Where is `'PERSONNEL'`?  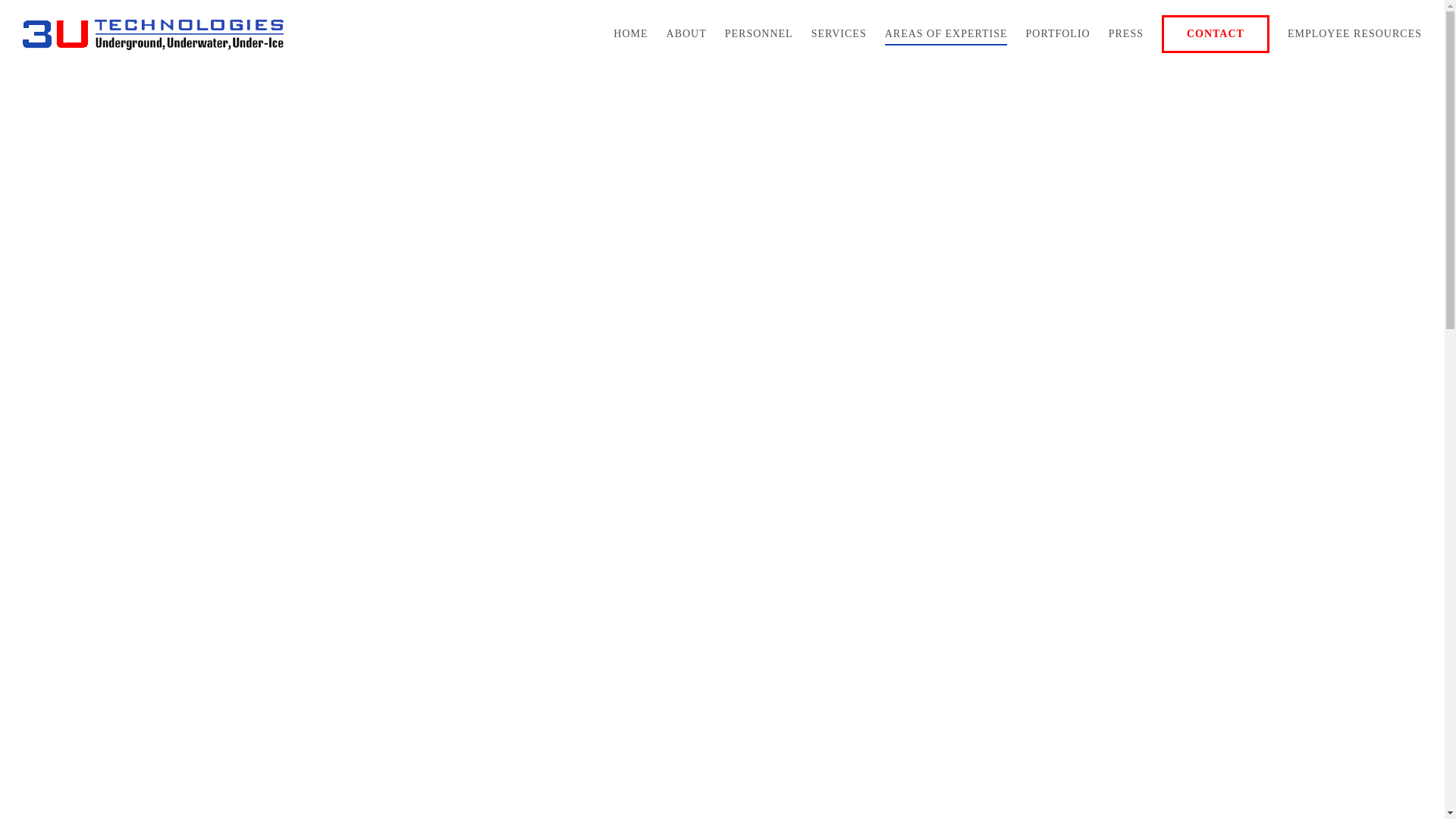
'PERSONNEL' is located at coordinates (759, 34).